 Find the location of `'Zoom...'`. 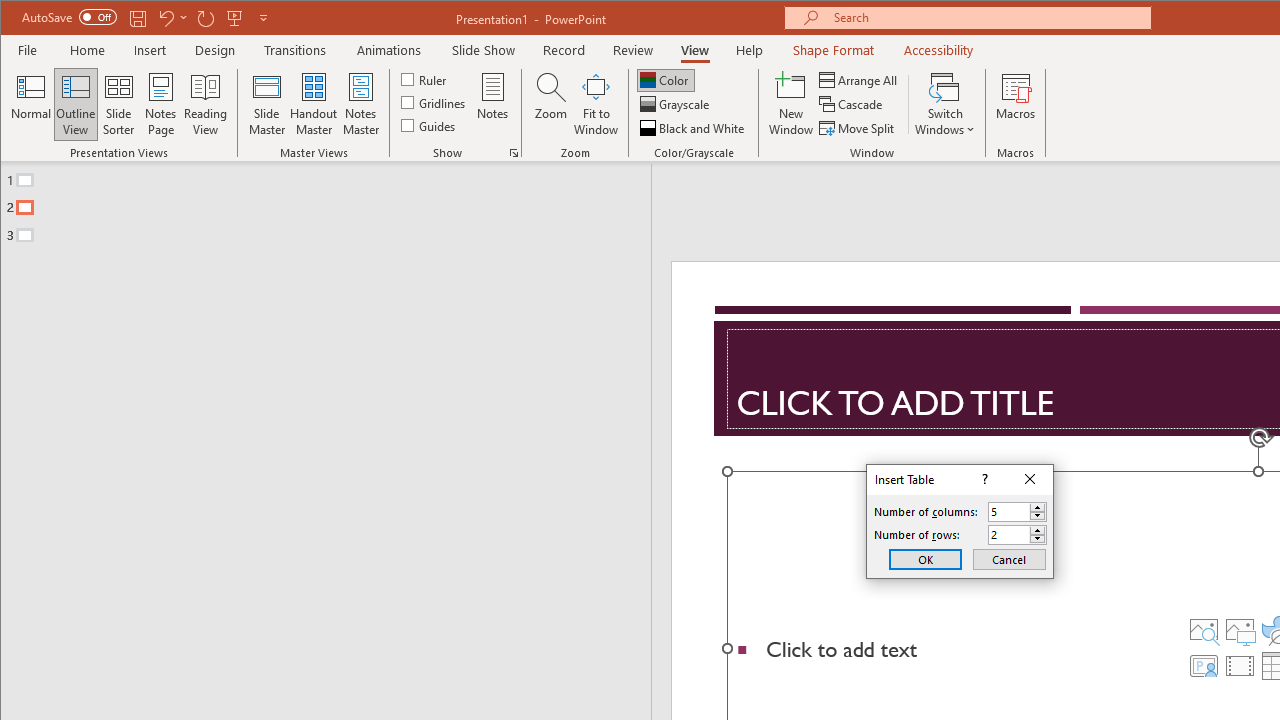

'Zoom...' is located at coordinates (551, 104).